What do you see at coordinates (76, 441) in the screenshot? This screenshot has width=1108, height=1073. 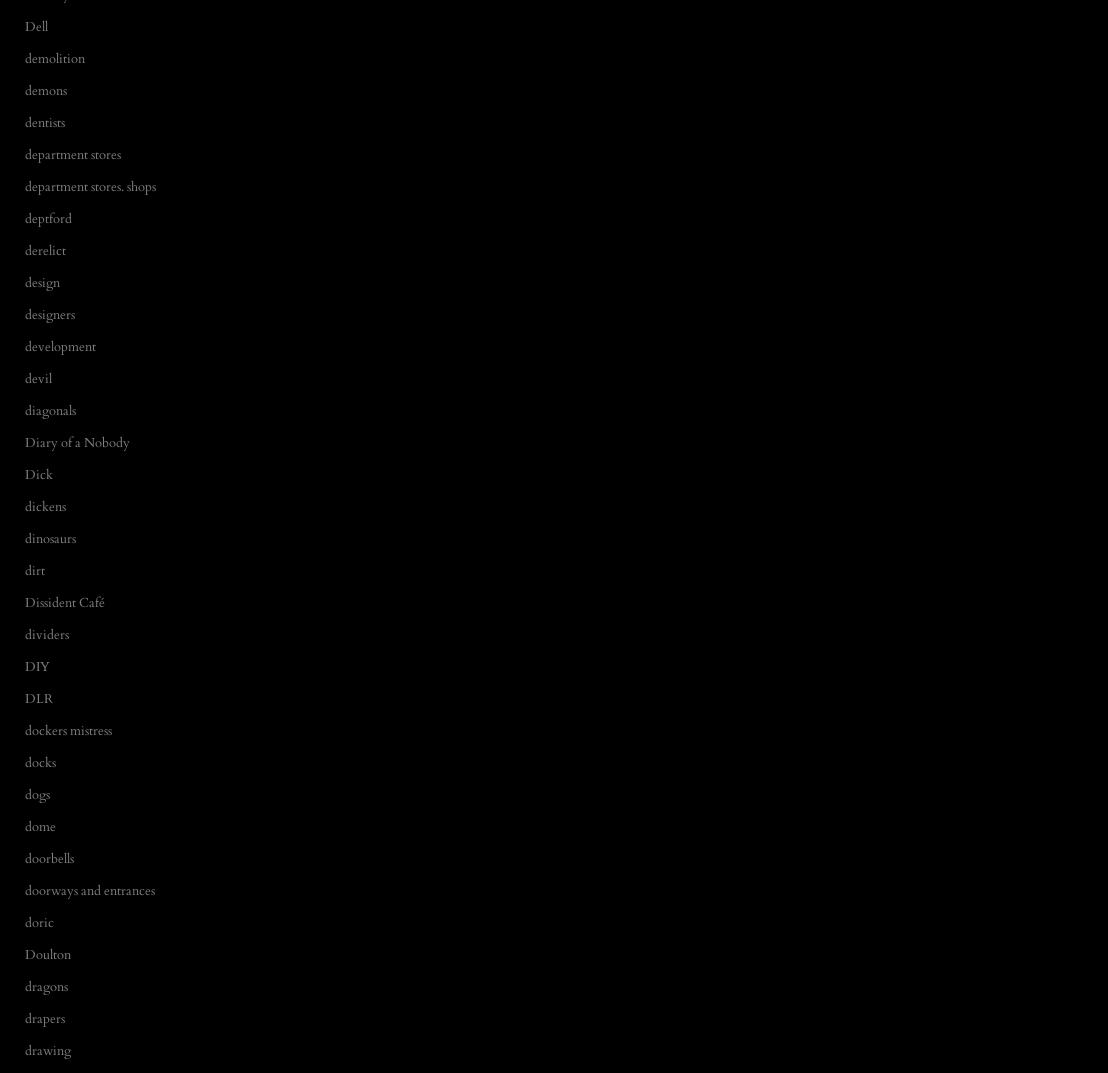 I see `'Diary of a Nobody'` at bounding box center [76, 441].